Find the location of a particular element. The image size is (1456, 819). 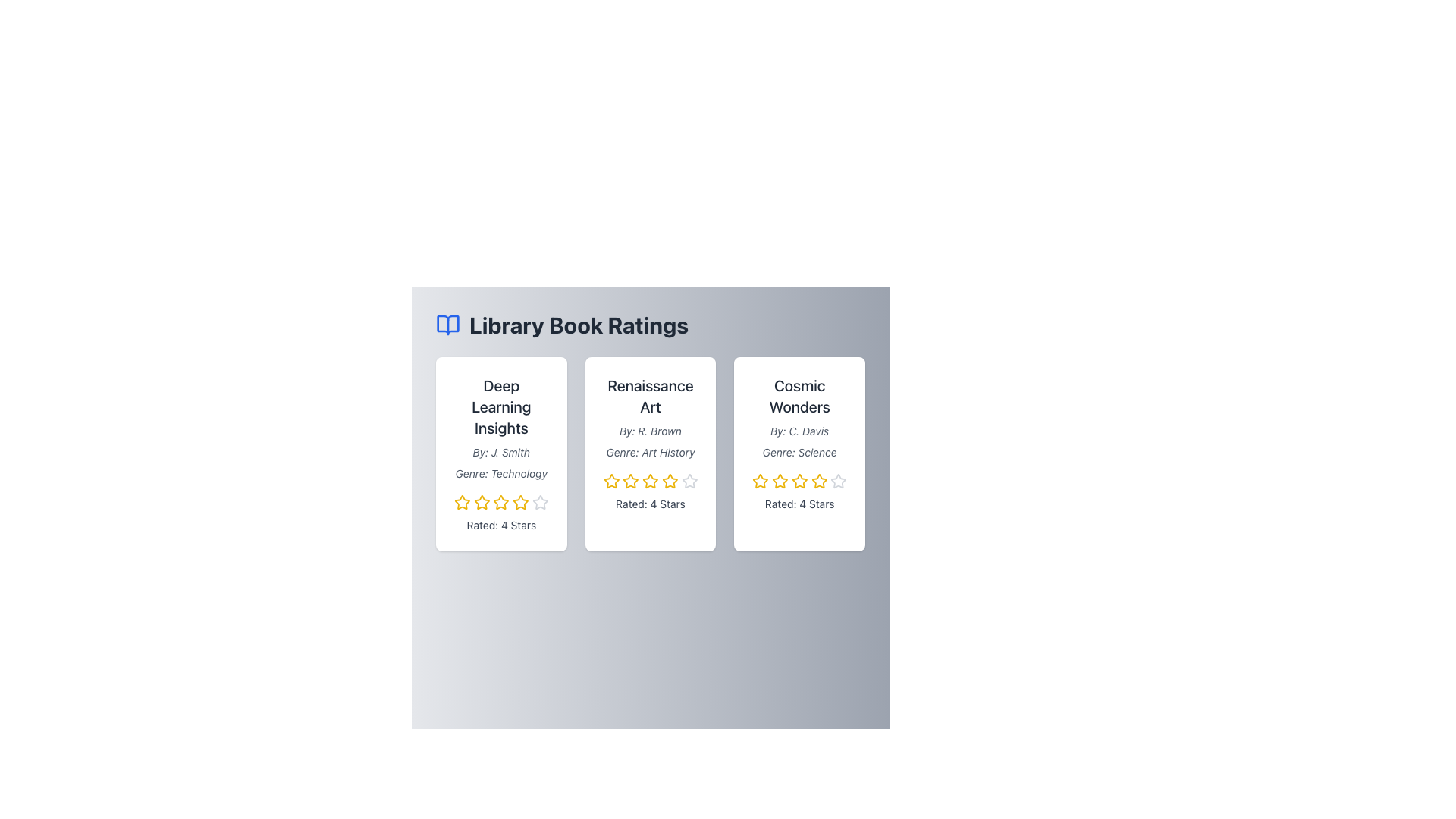

text label displaying the author's name 'J. Smith' located beneath the header 'Deep Learning Insights' in the first card of the three-column layout is located at coordinates (501, 452).